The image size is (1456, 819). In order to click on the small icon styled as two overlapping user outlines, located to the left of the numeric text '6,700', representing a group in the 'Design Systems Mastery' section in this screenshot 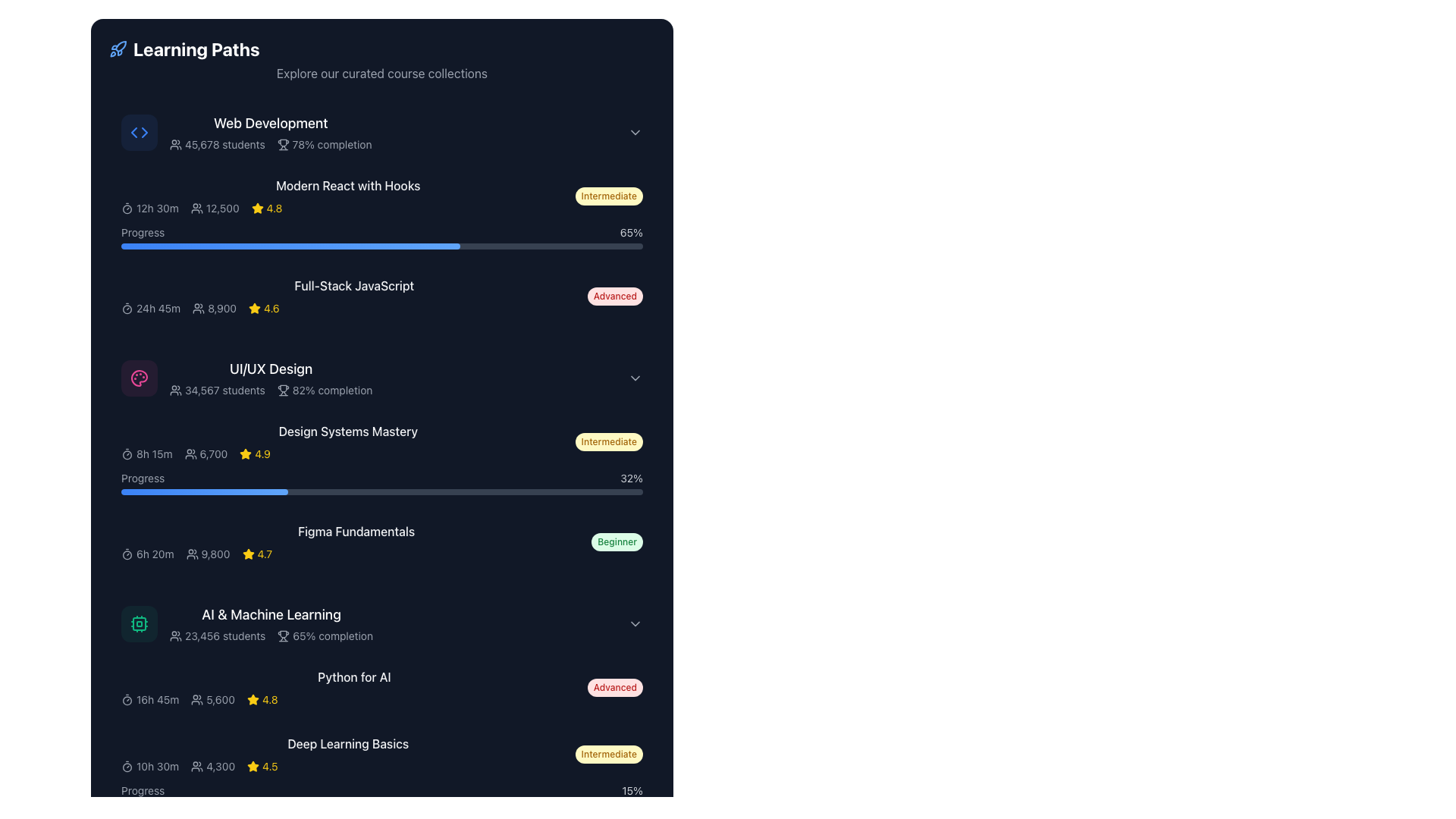, I will do `click(190, 453)`.